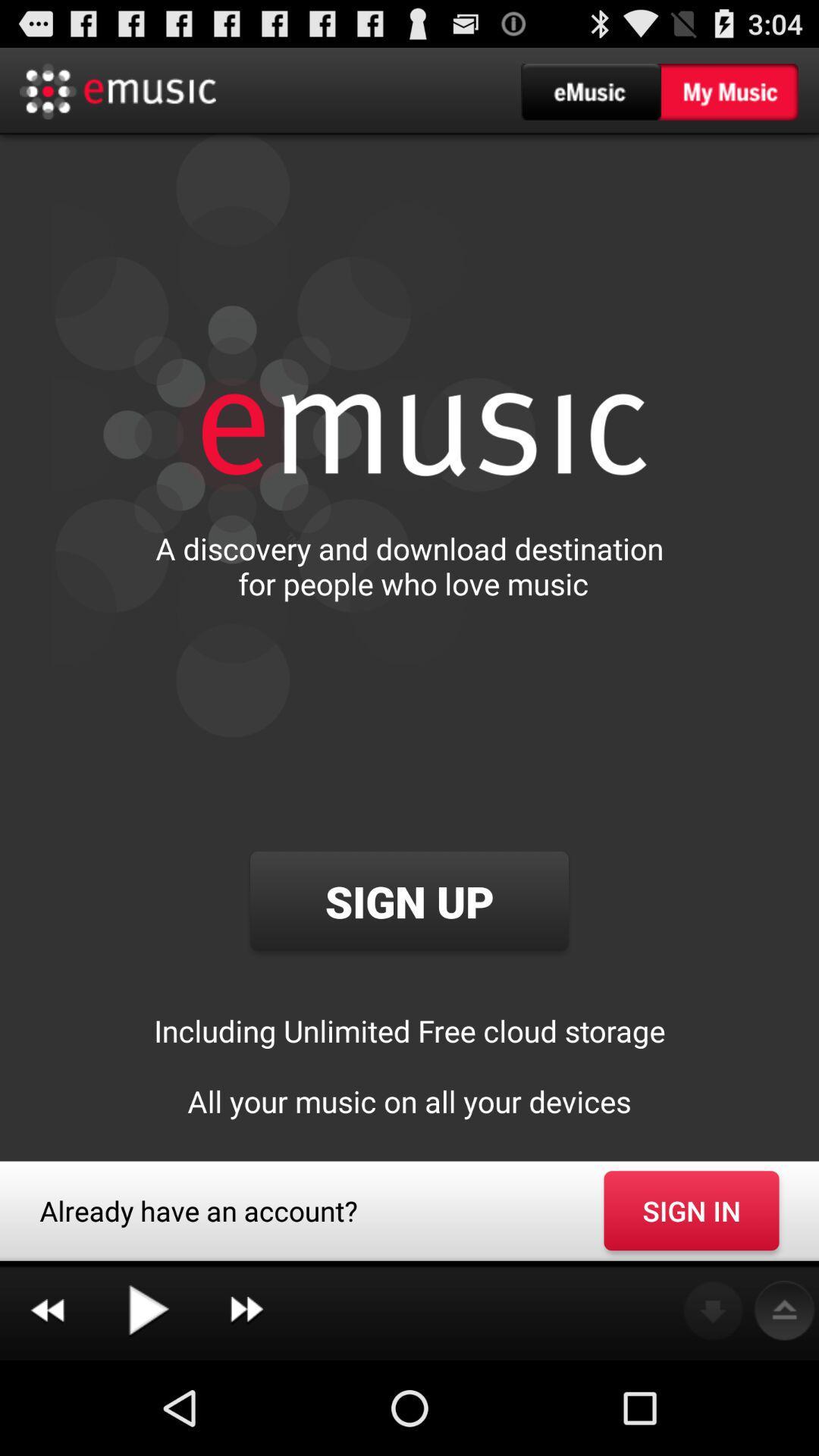 The height and width of the screenshot is (1456, 819). Describe the element at coordinates (147, 1310) in the screenshot. I see `icon below already have an icon` at that location.